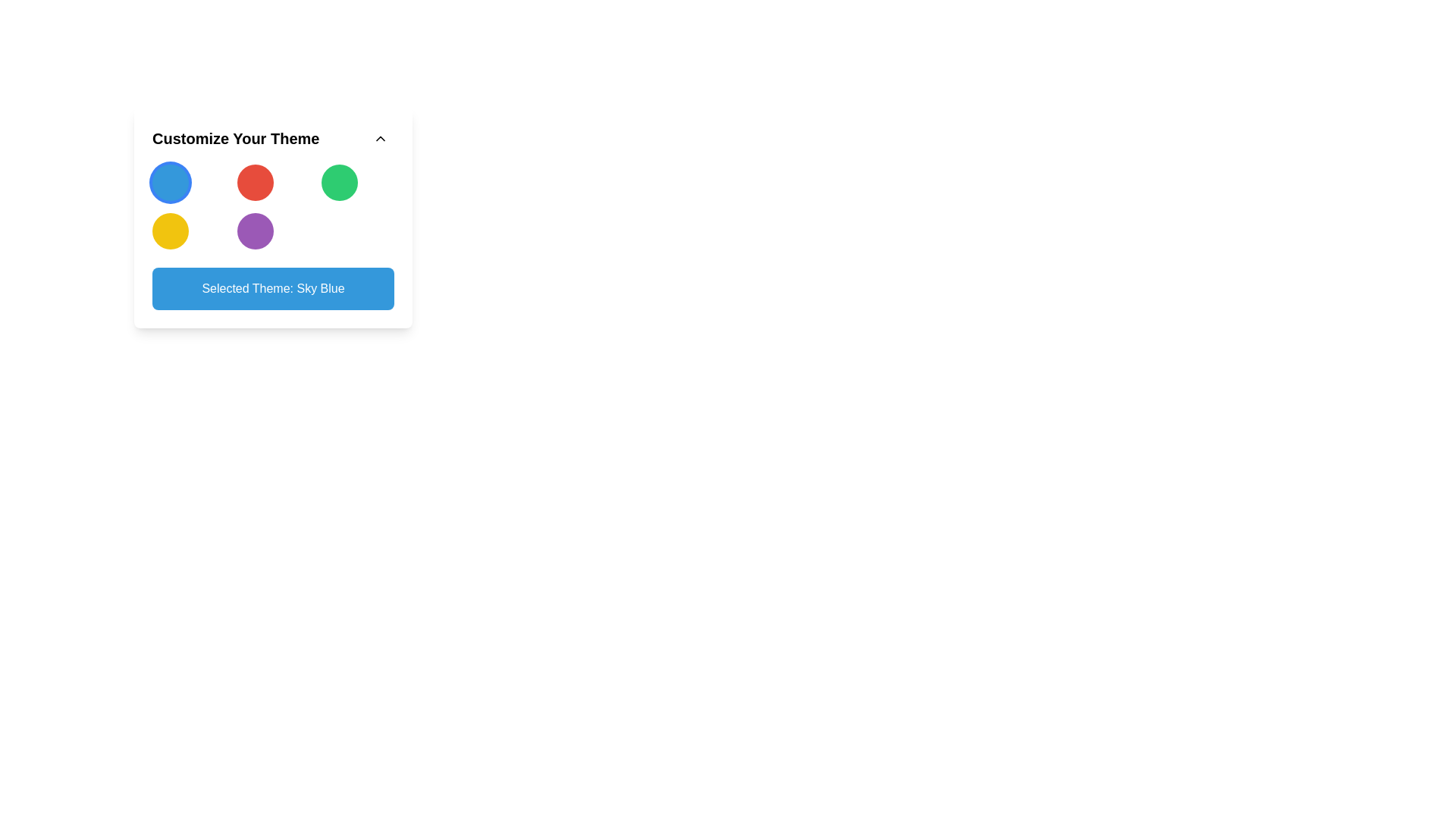 The image size is (1456, 819). I want to click on the button in the middle column of the top row, so click(255, 181).